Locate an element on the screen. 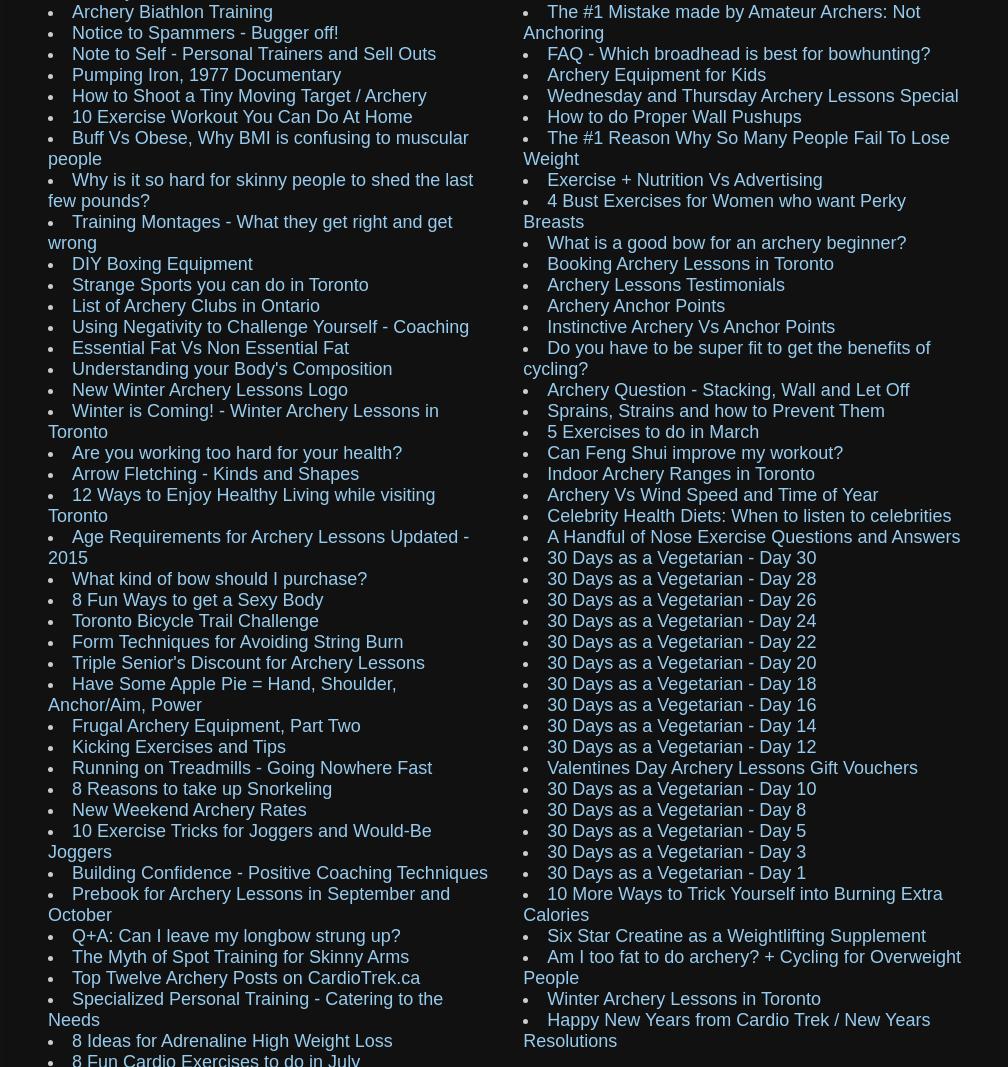 The width and height of the screenshot is (1008, 1067). '30 Days as a Vegetarian - Day 10' is located at coordinates (547, 786).